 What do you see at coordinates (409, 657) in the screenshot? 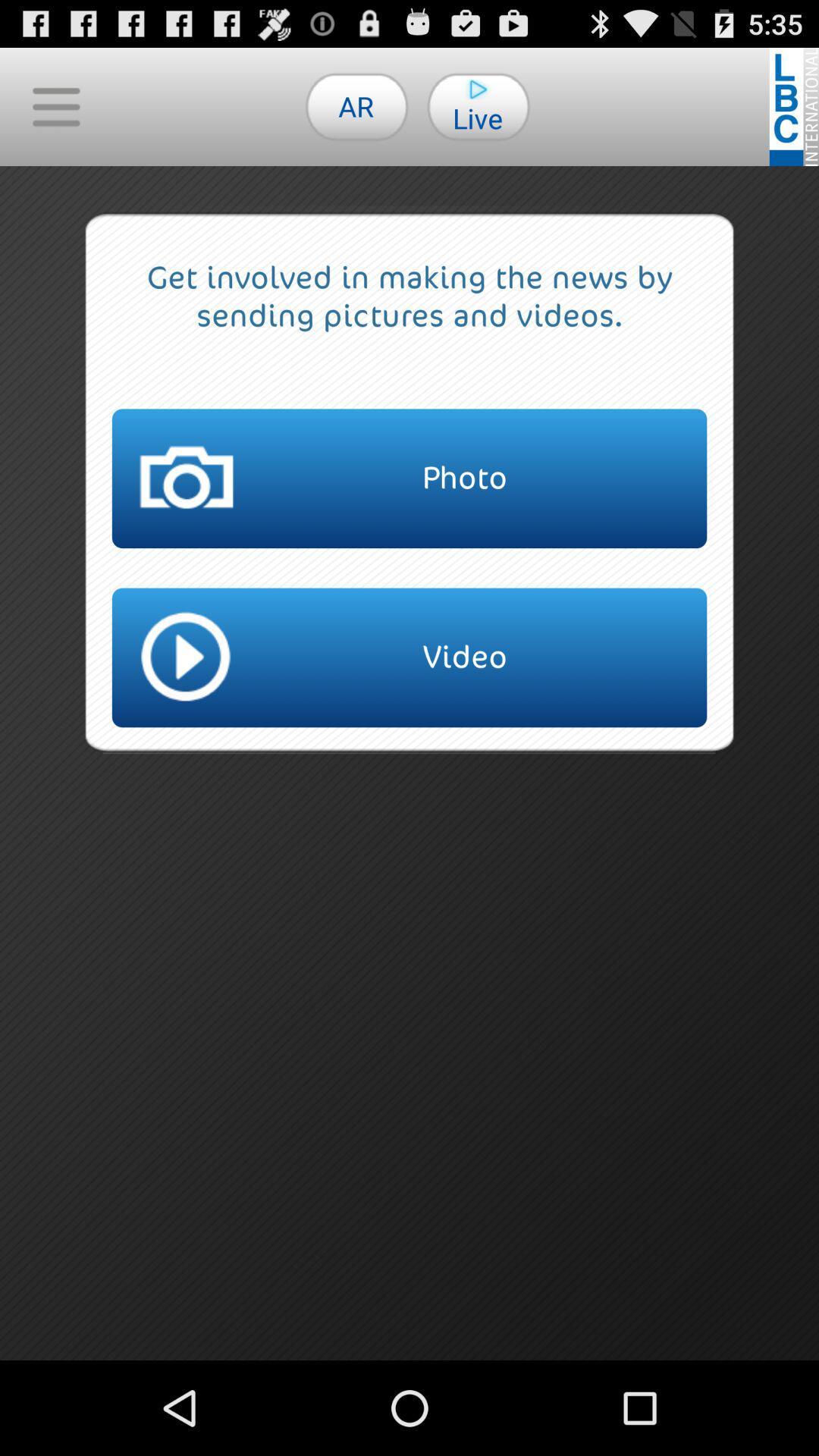
I see `the video` at bounding box center [409, 657].